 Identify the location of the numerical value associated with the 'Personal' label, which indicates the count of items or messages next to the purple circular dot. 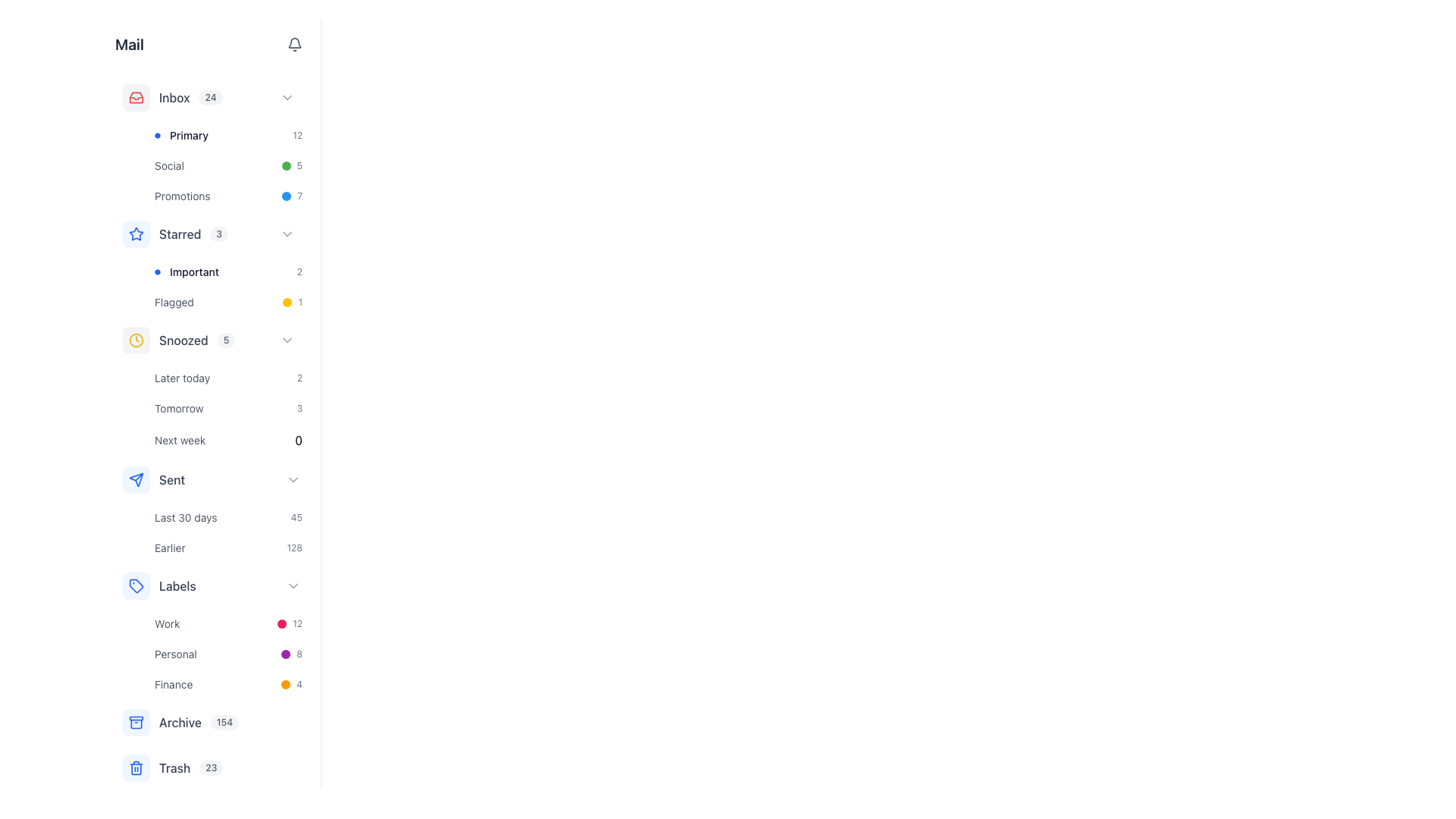
(292, 654).